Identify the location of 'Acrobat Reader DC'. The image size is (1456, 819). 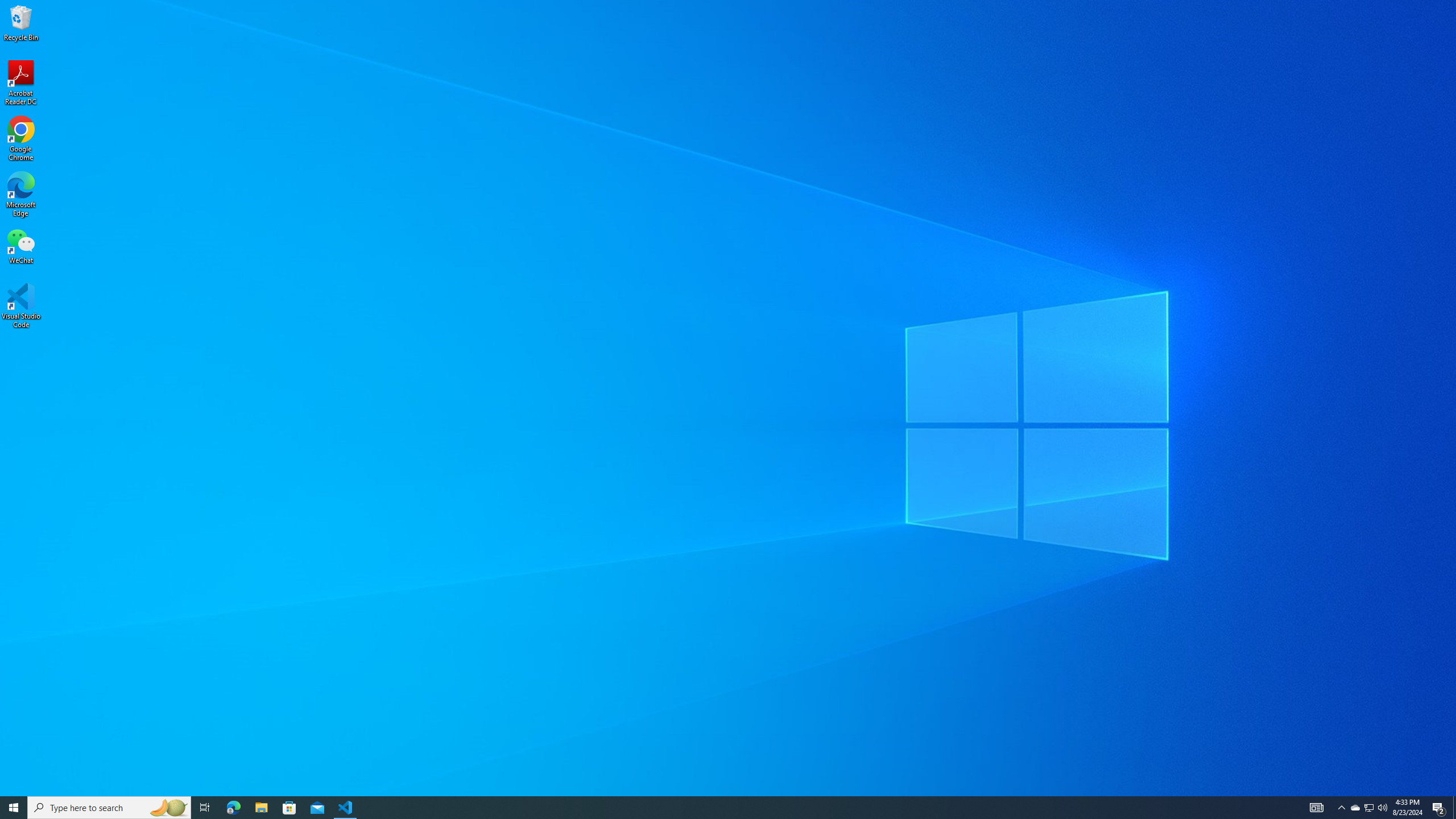
(20, 82).